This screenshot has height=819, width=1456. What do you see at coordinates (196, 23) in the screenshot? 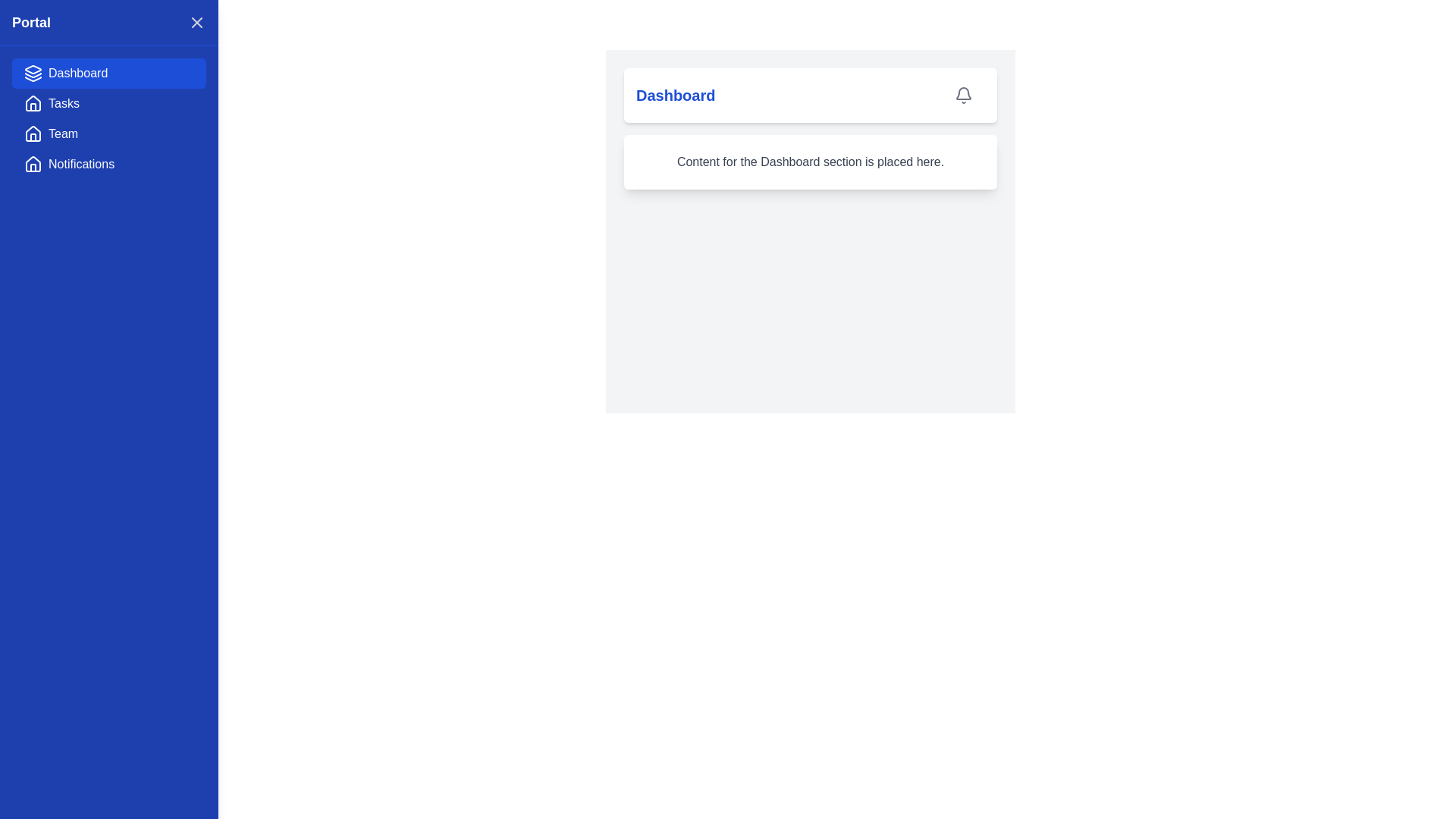
I see `the close icon (X) in the top-right corner of the sidebar header` at bounding box center [196, 23].